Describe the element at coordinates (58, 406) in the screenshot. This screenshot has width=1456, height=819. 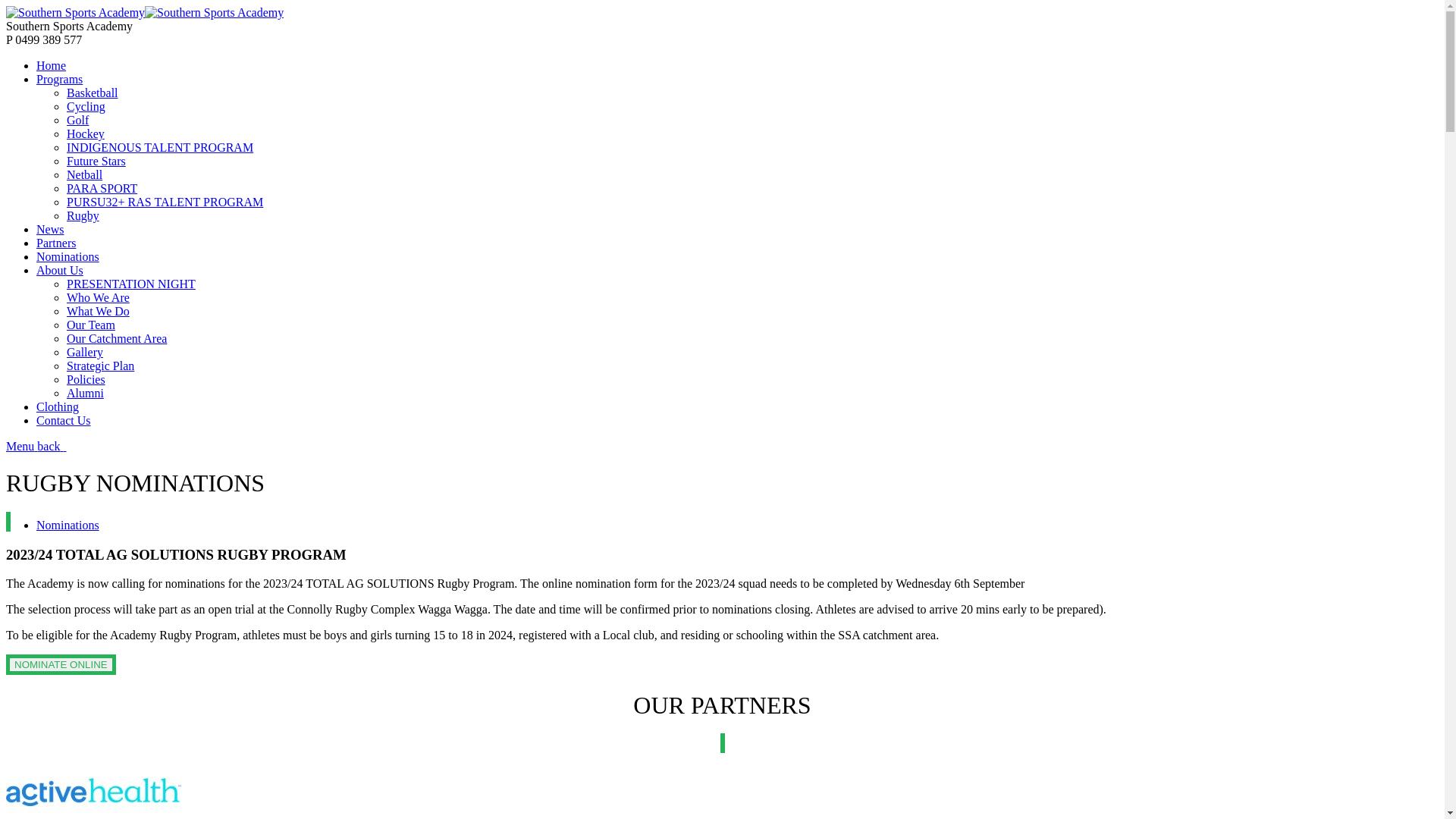
I see `'Clothing'` at that location.